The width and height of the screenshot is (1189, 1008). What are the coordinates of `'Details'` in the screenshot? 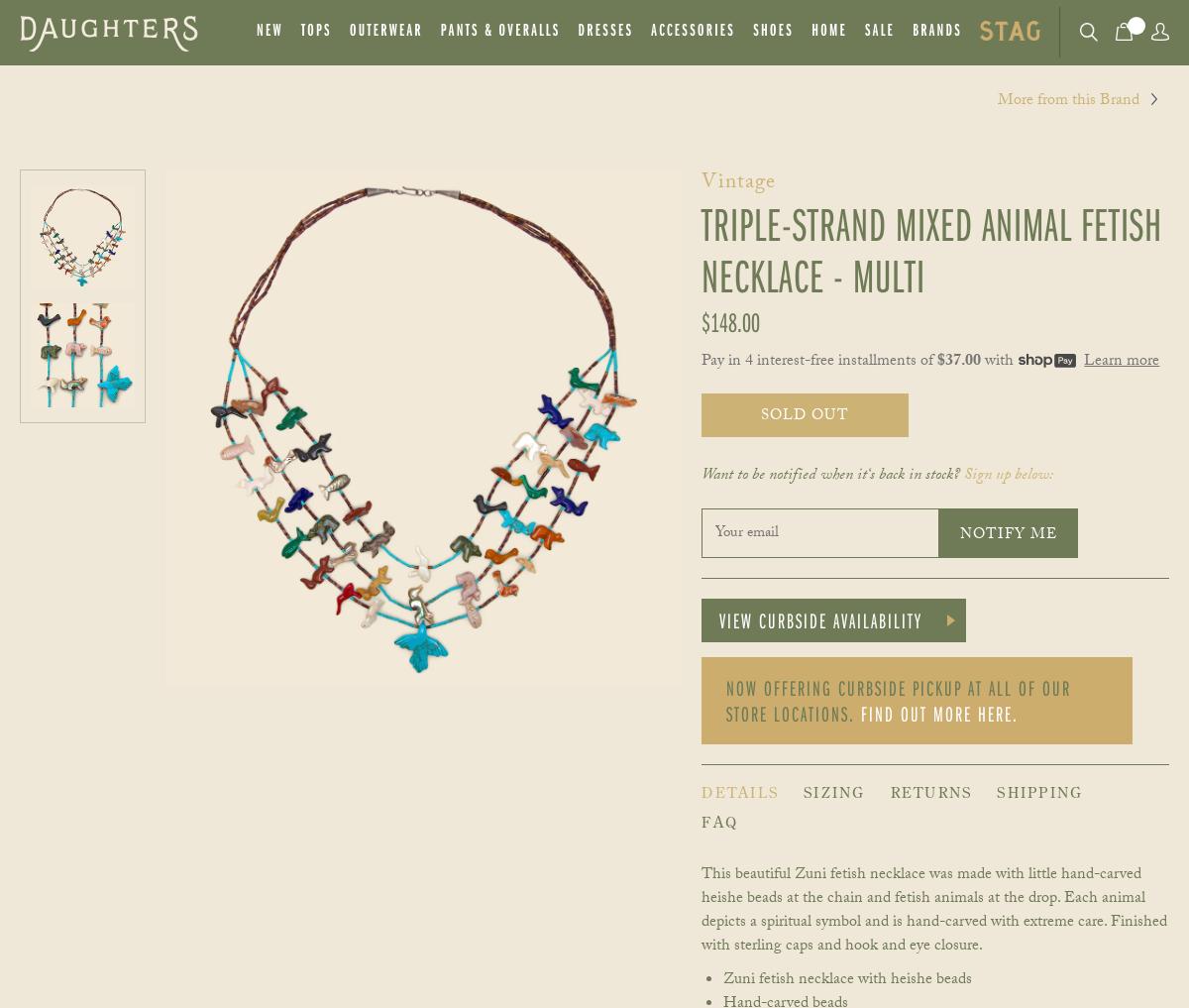 It's located at (740, 791).